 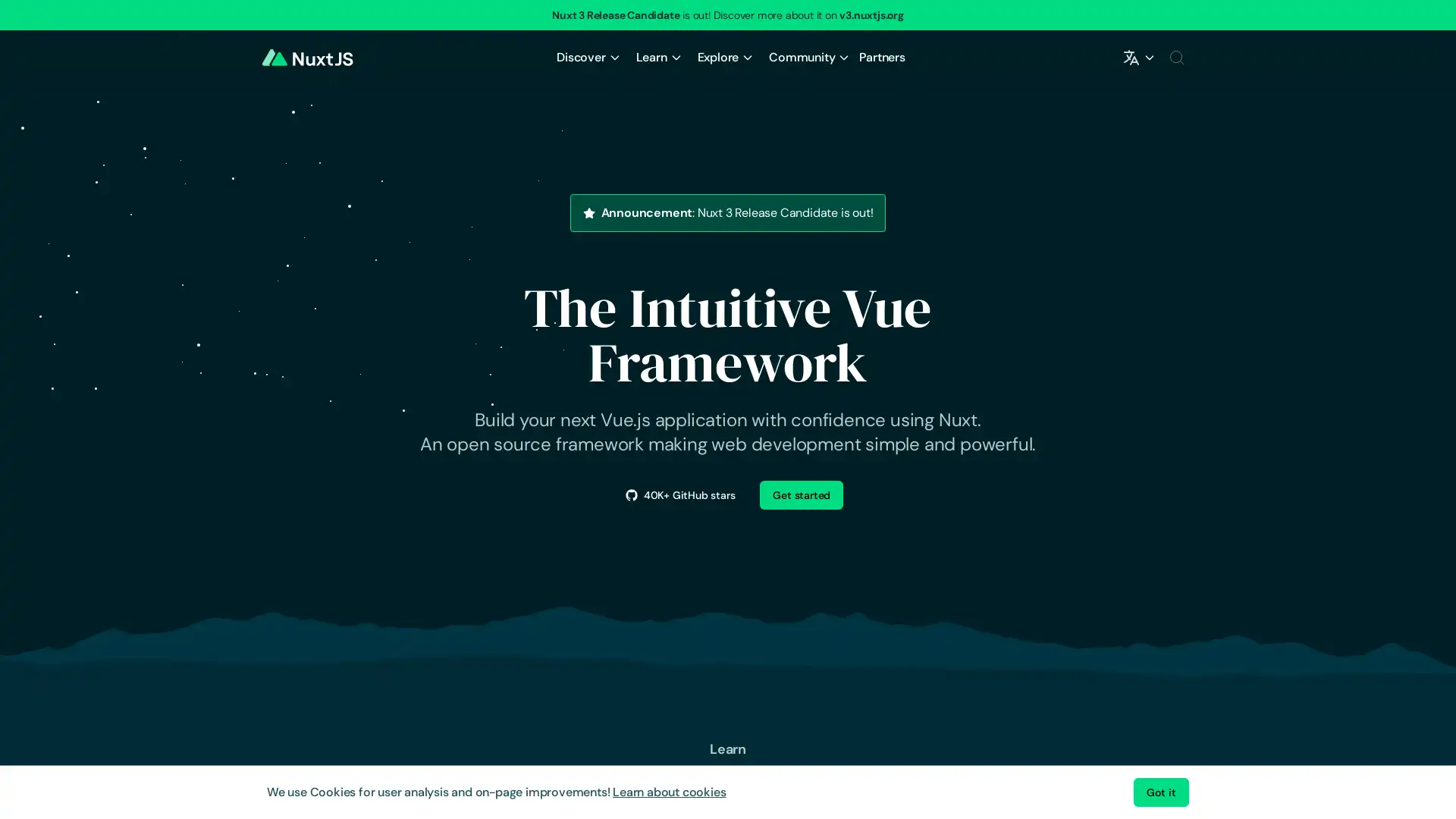 What do you see at coordinates (1160, 792) in the screenshot?
I see `Got it` at bounding box center [1160, 792].